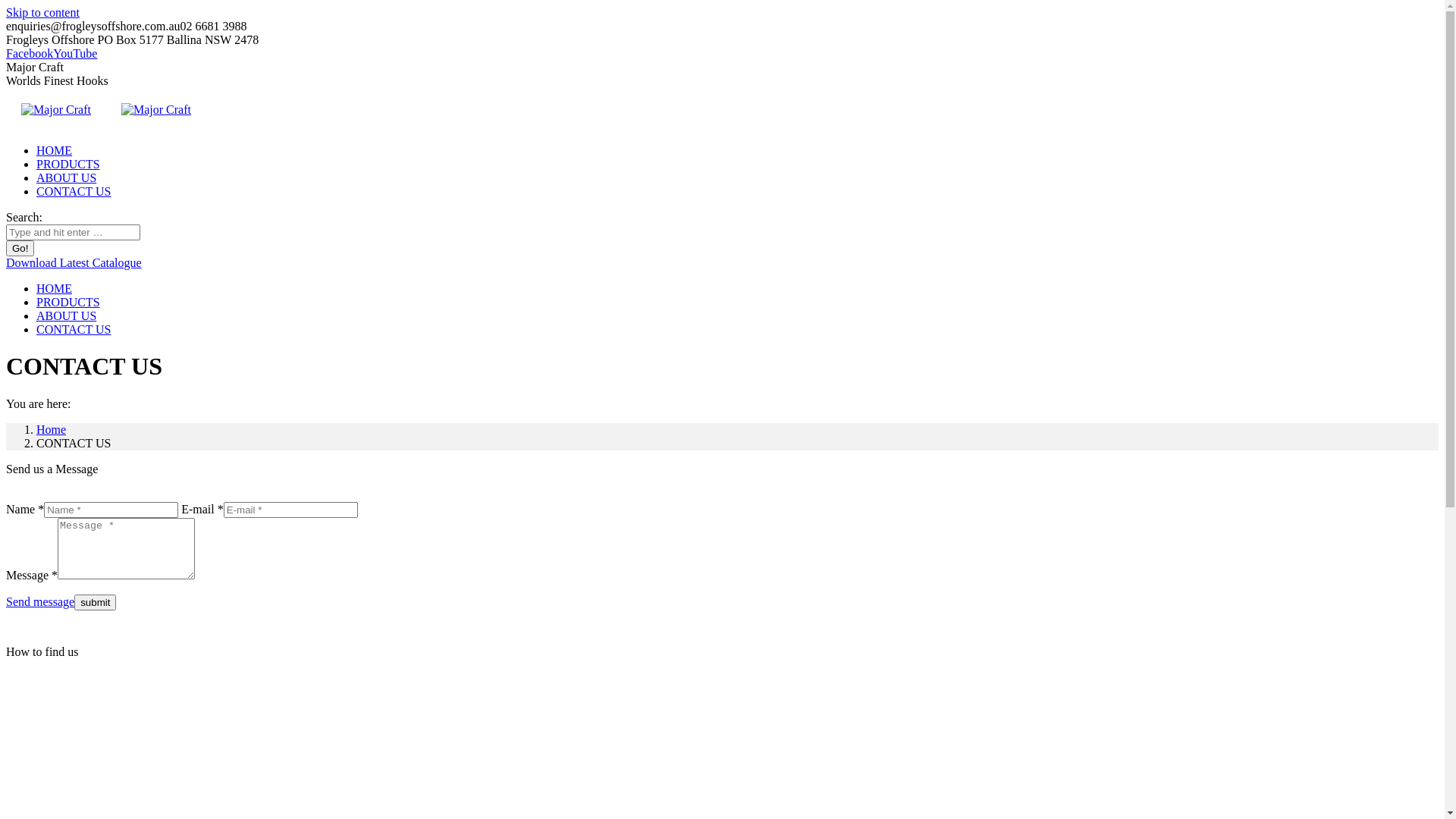 The width and height of the screenshot is (1456, 819). I want to click on 'ABOUT US', so click(65, 177).